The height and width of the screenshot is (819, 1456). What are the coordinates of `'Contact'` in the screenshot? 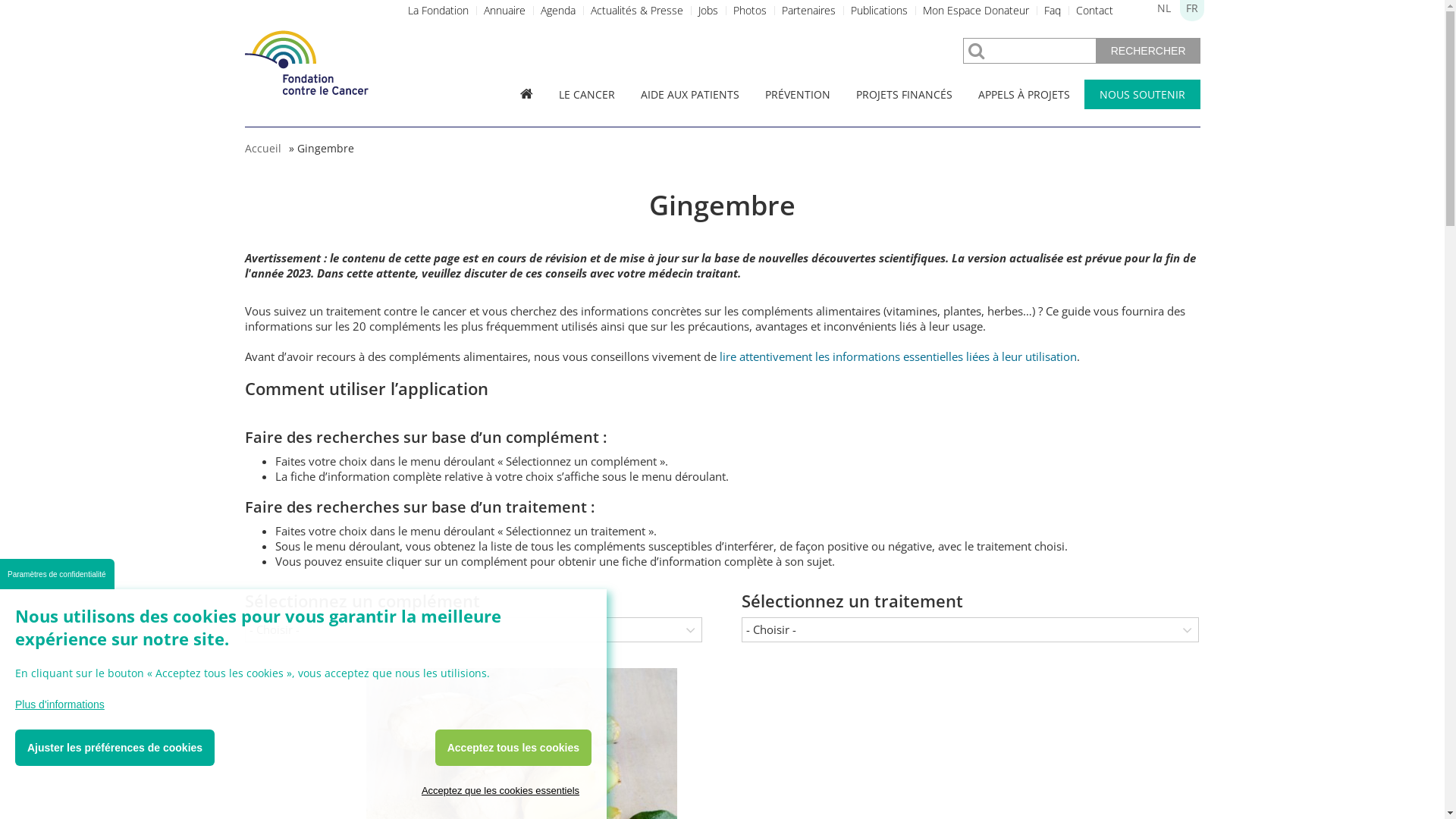 It's located at (1094, 10).